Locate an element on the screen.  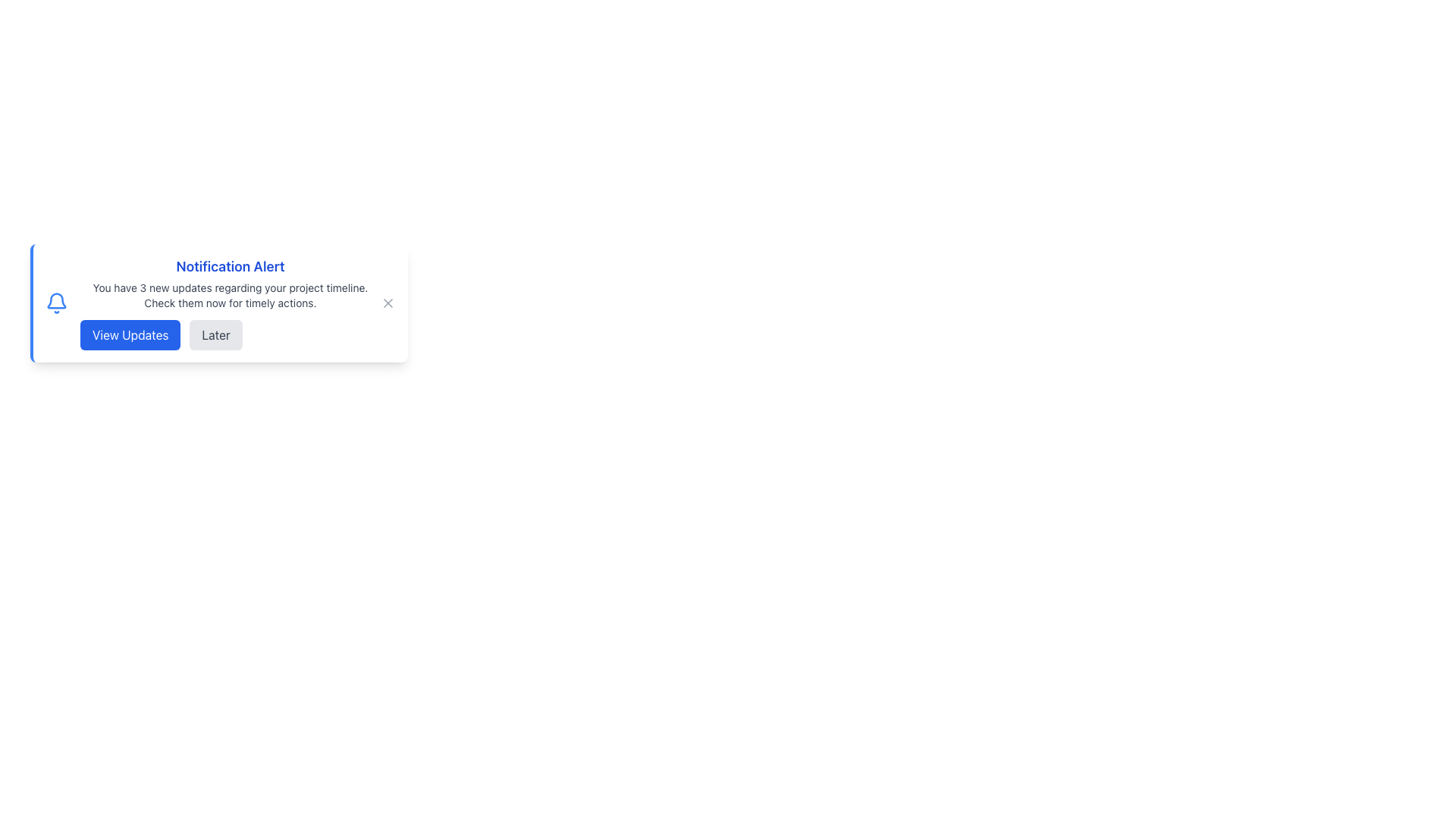
the 'Later' button located at the bottom right of the 'Notification Alert' box is located at coordinates (229, 334).